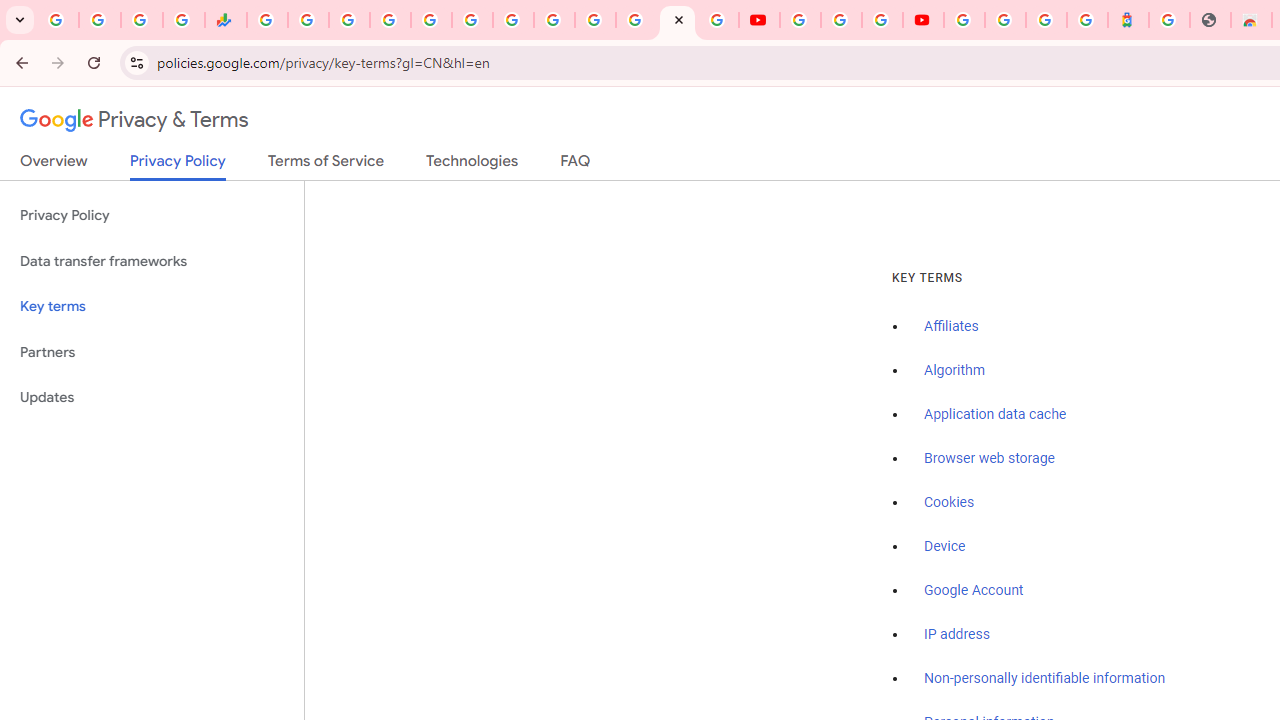 The height and width of the screenshot is (720, 1280). I want to click on 'Google Account Help', so click(840, 20).